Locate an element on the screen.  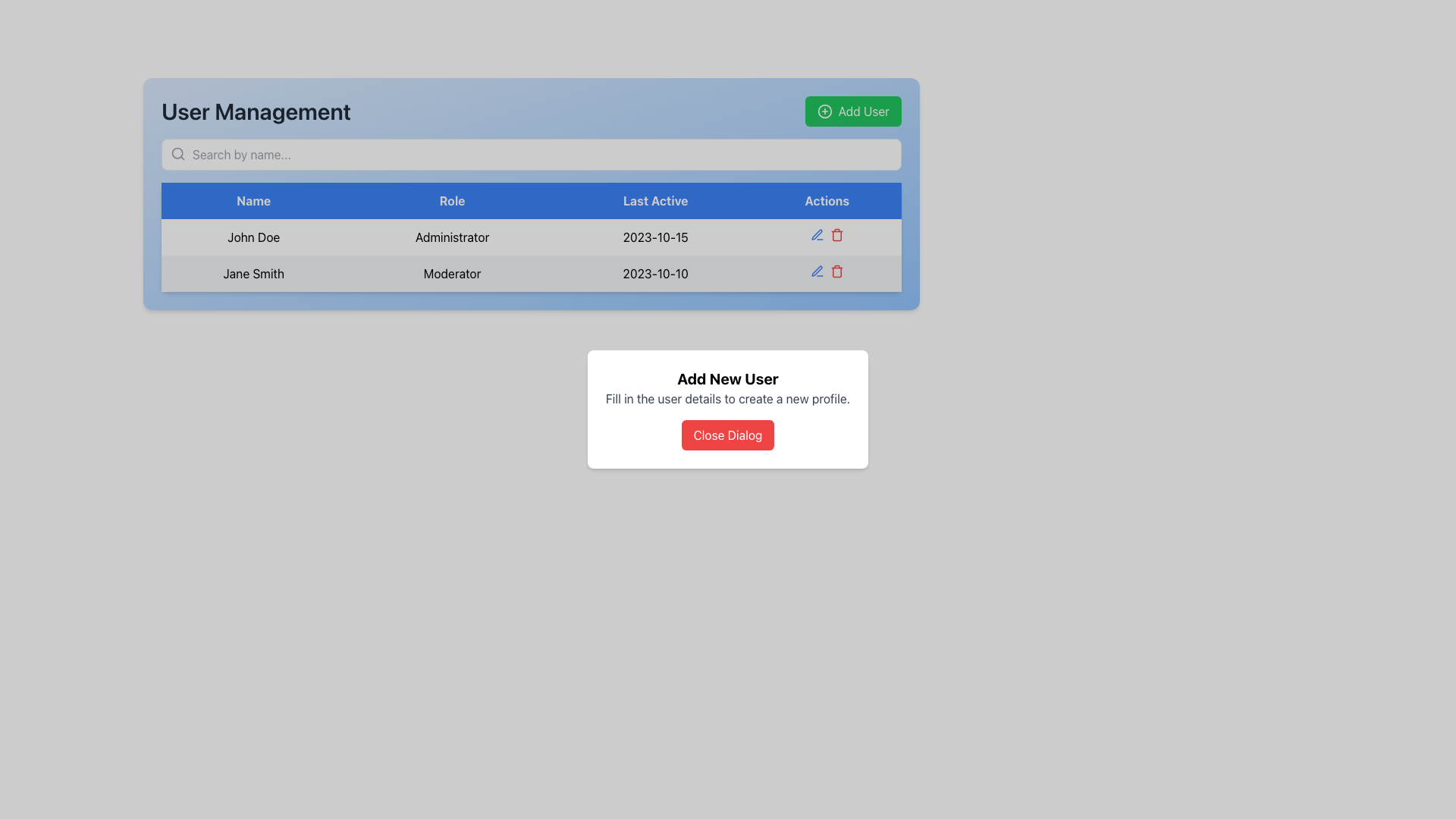
the delete icon in the Actions column for Jane Smith's entry in the table is located at coordinates (826, 274).